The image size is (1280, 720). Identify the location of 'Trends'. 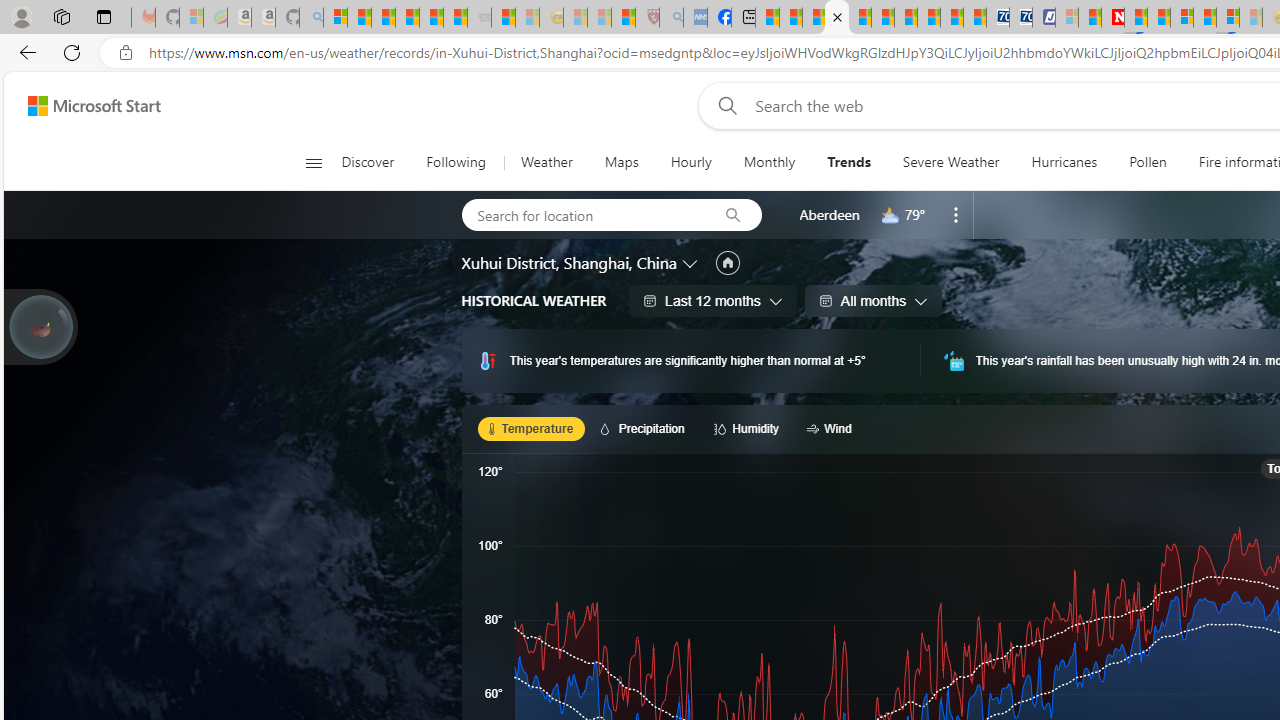
(848, 162).